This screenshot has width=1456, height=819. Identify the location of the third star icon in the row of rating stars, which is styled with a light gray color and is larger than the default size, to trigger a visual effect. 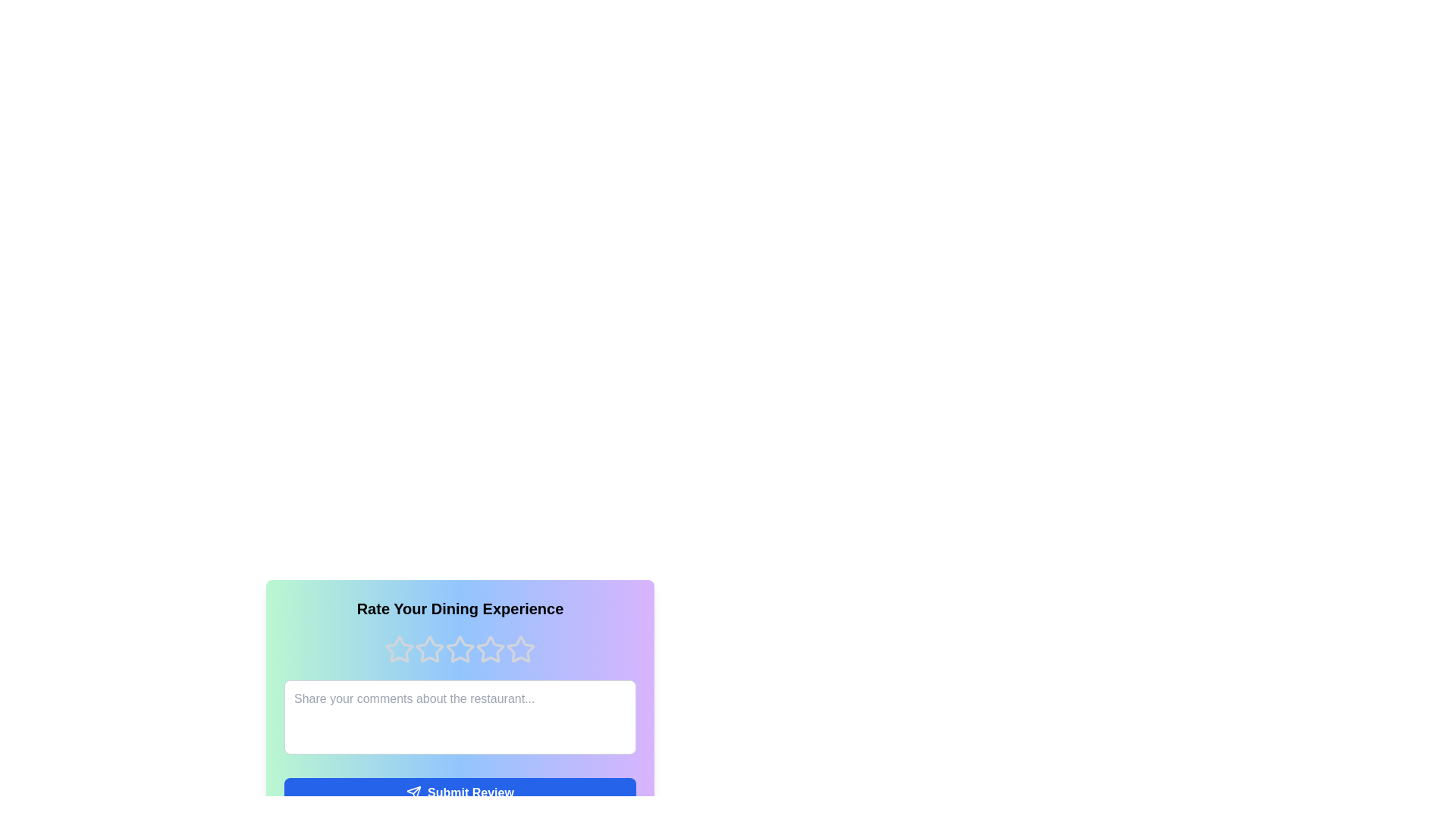
(491, 648).